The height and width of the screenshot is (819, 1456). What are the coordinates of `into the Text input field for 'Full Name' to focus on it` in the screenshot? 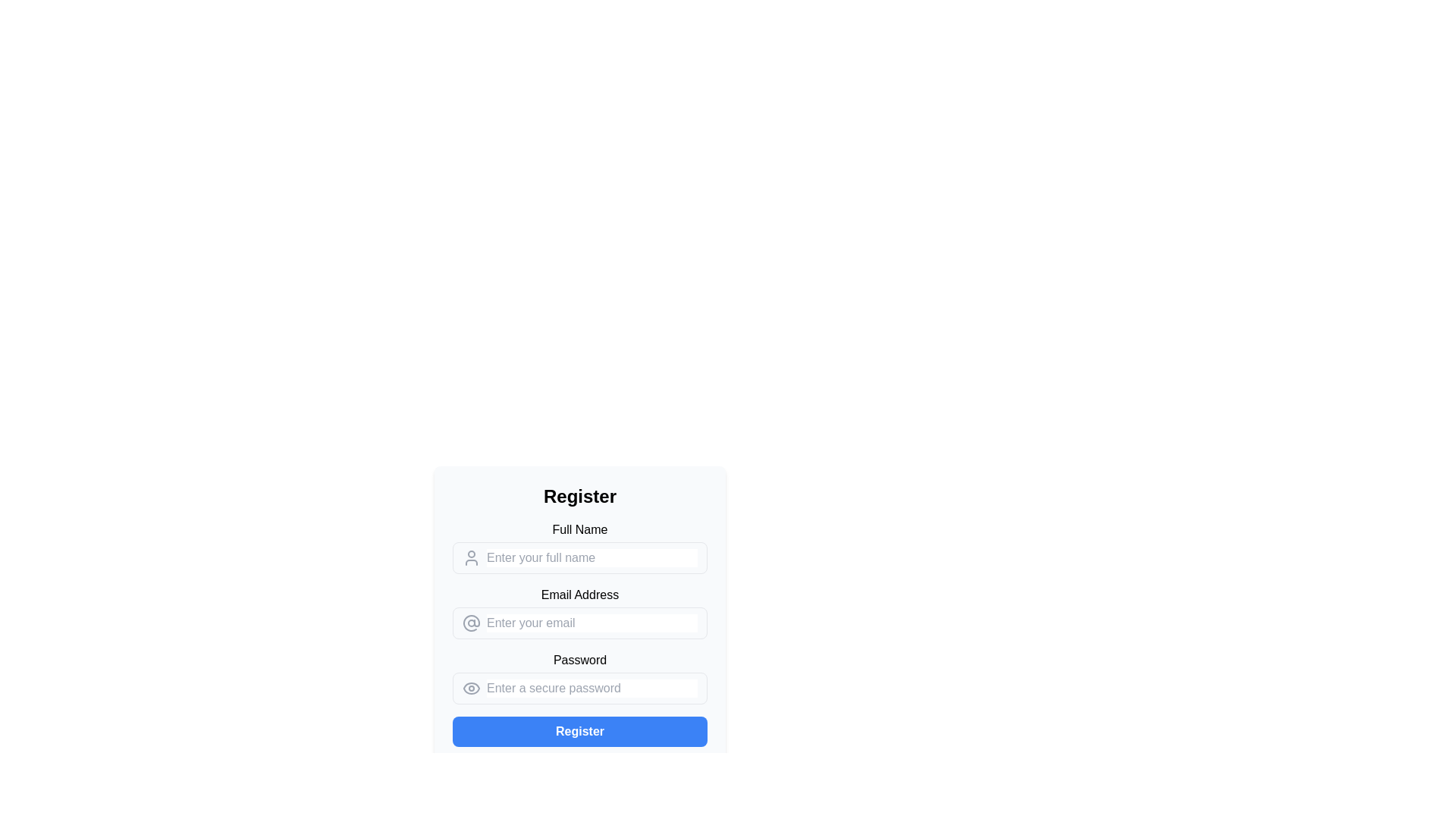 It's located at (579, 558).